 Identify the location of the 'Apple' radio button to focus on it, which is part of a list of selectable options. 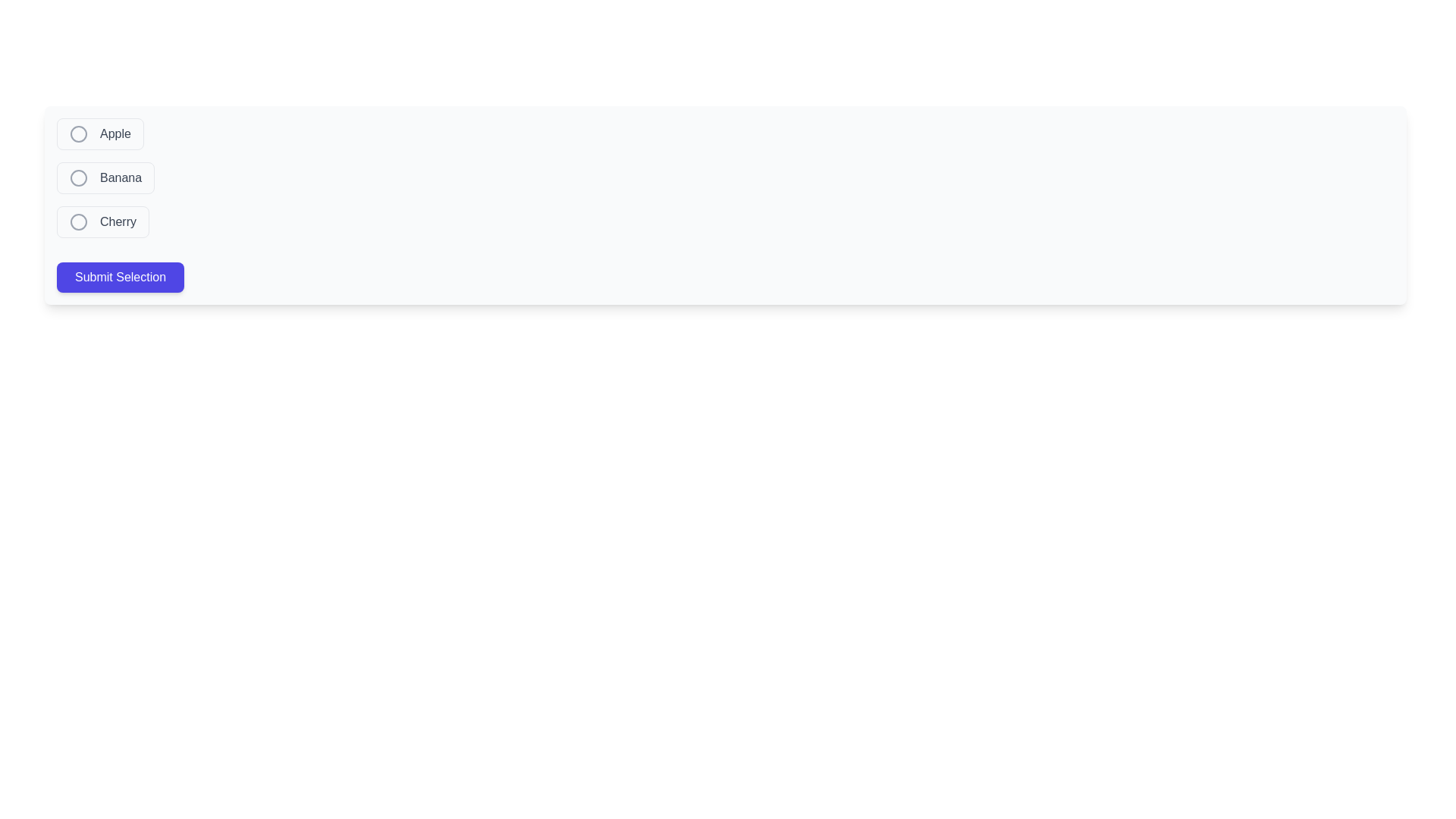
(99, 133).